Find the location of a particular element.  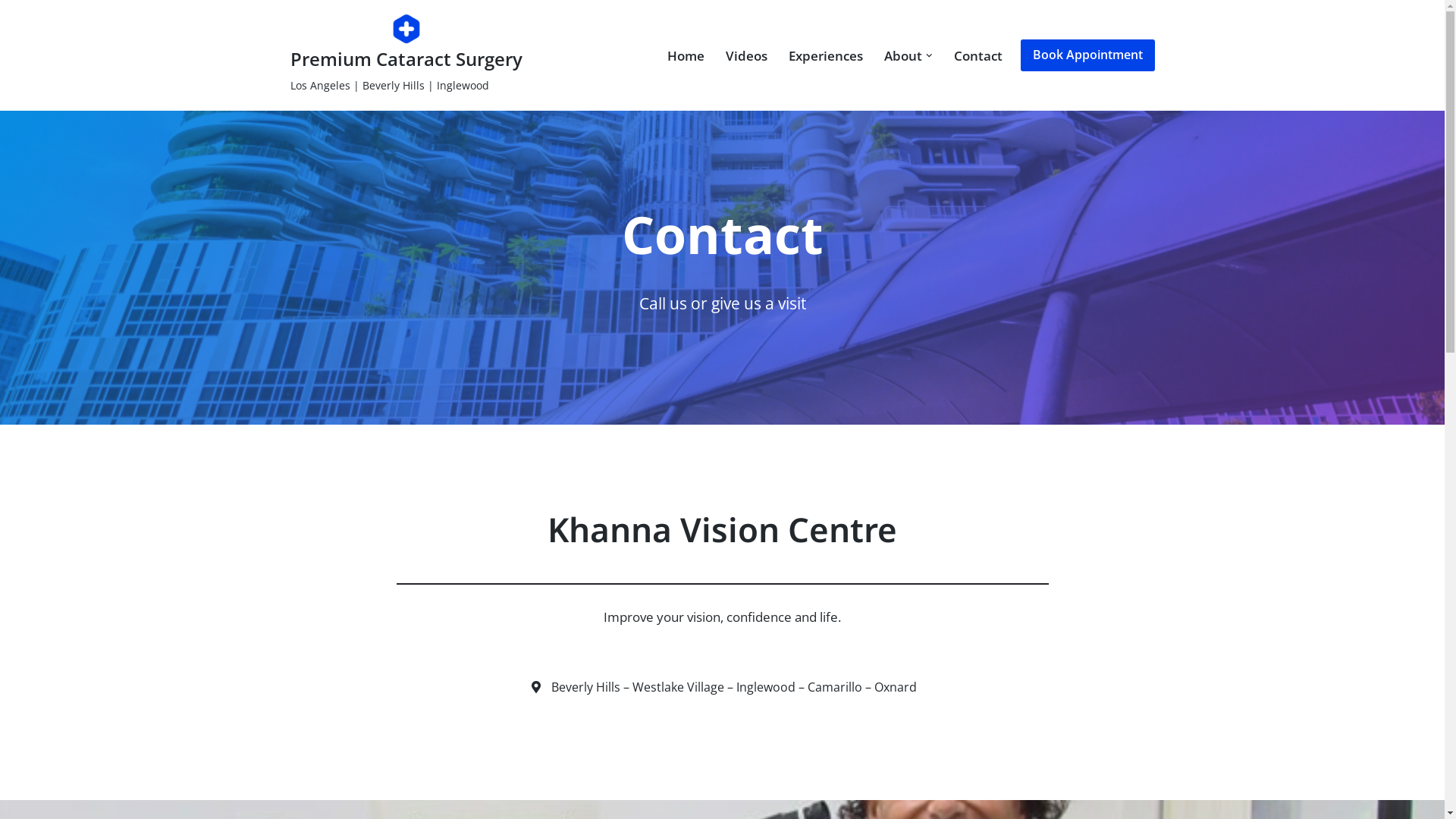

'Experiences' is located at coordinates (825, 55).